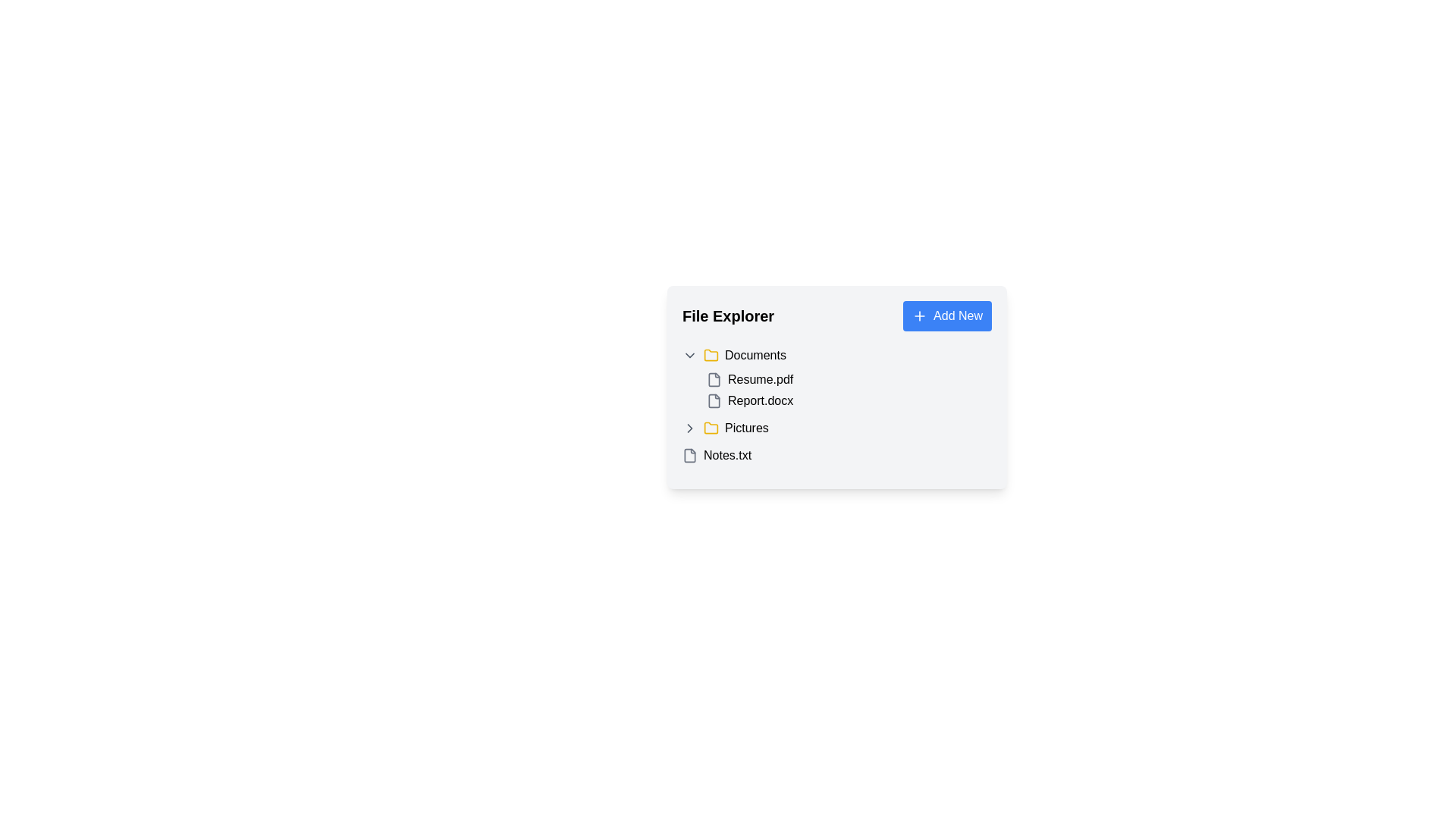  What do you see at coordinates (710, 427) in the screenshot?
I see `the folder icon representing 'Pictures'` at bounding box center [710, 427].